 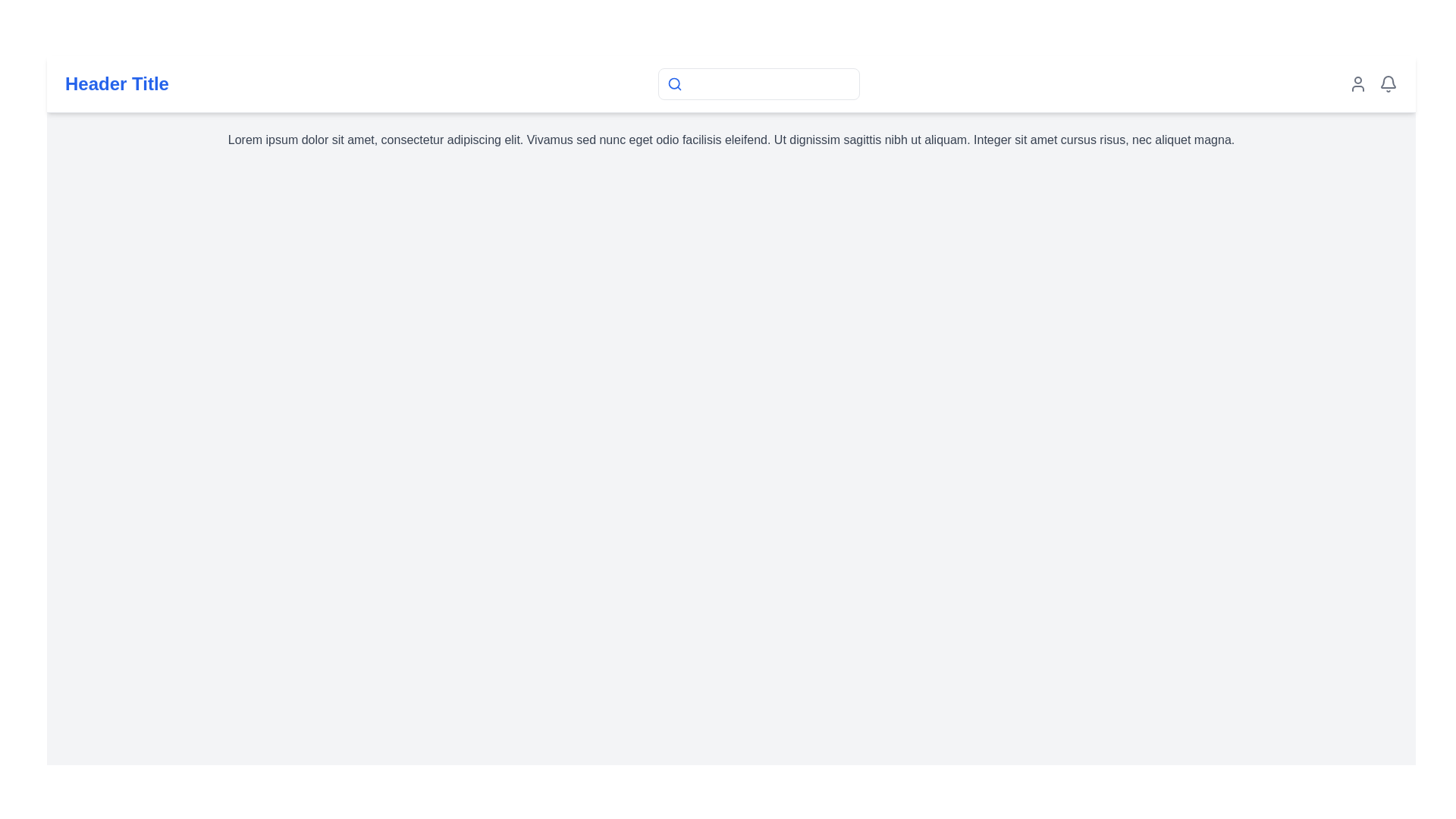 I want to click on the user-related features button located in the top-right corner of the header section to change its color for visual feedback, so click(x=1357, y=84).